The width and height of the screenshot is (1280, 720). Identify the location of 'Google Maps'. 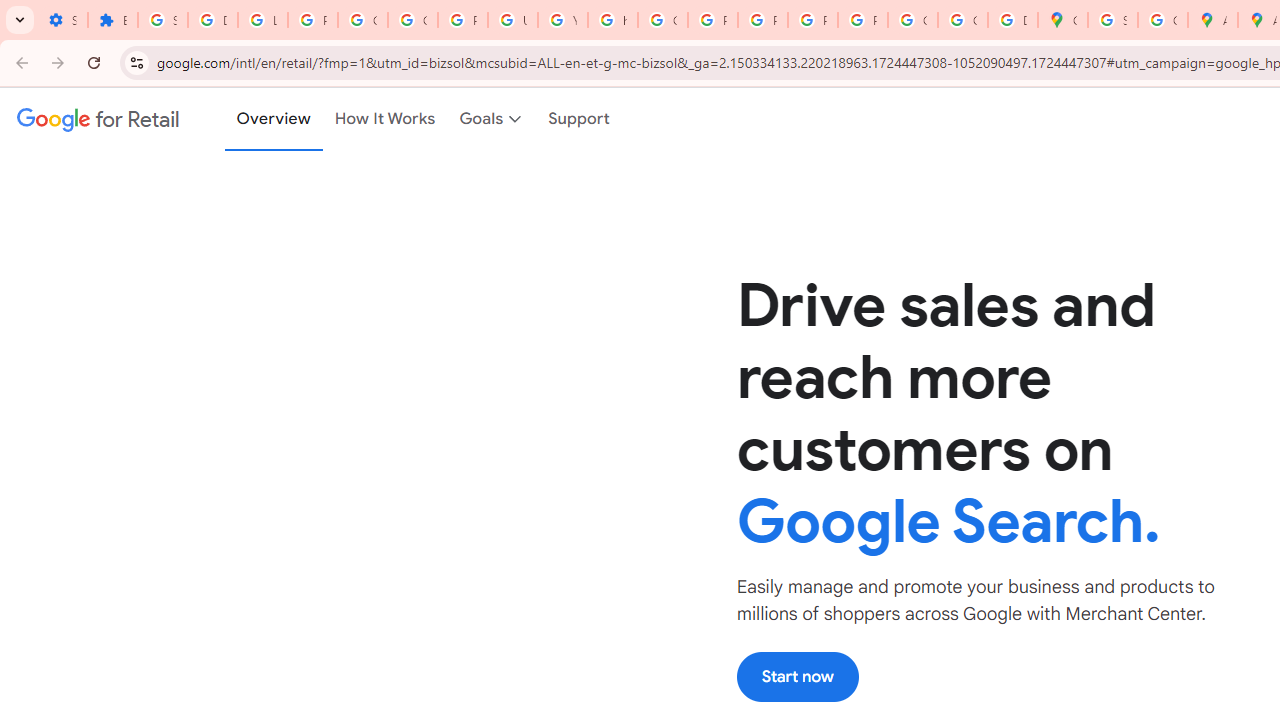
(1062, 20).